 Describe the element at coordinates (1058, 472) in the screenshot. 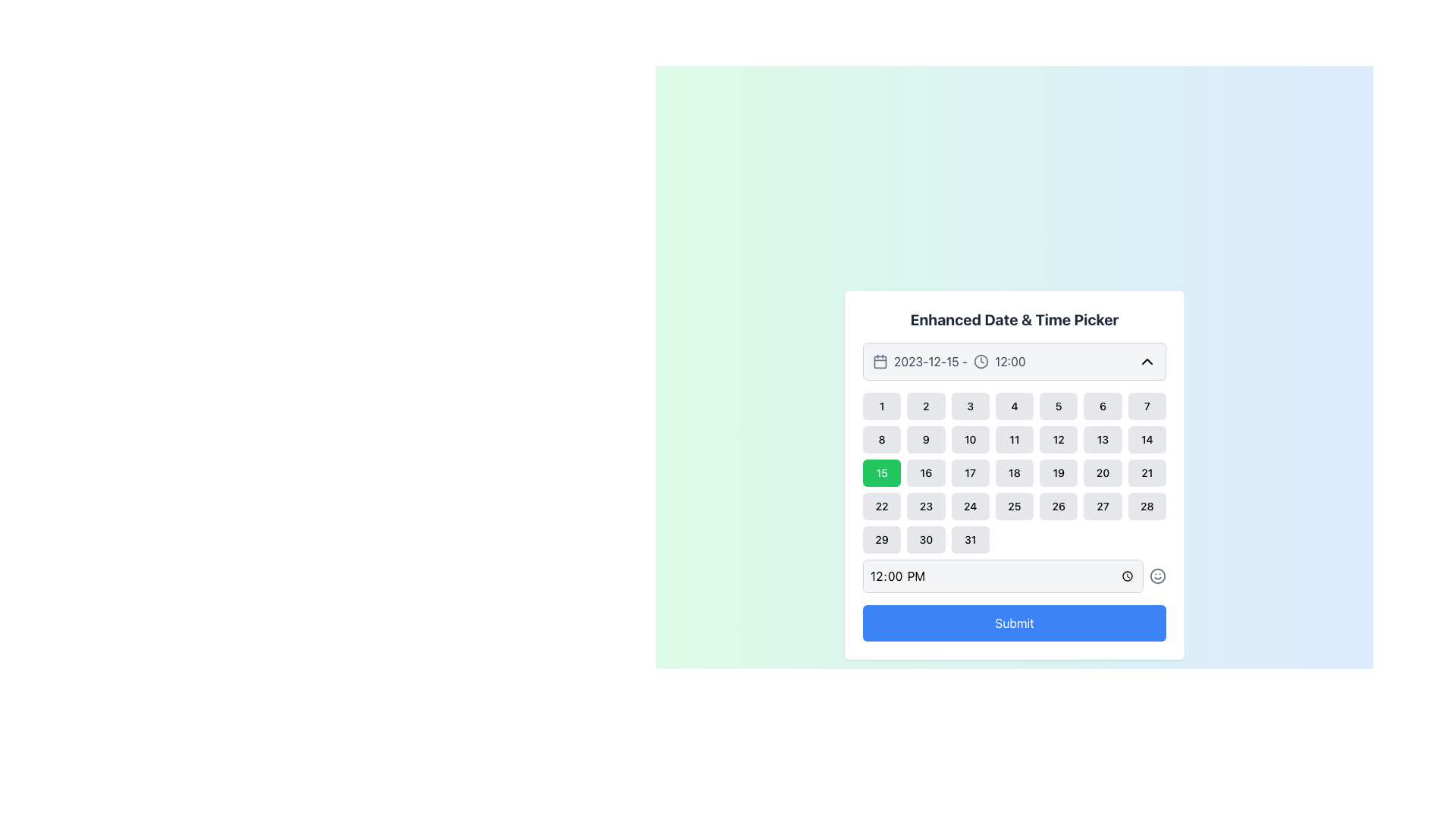

I see `the rounded rectangular button labeled '19' in the date picker` at that location.